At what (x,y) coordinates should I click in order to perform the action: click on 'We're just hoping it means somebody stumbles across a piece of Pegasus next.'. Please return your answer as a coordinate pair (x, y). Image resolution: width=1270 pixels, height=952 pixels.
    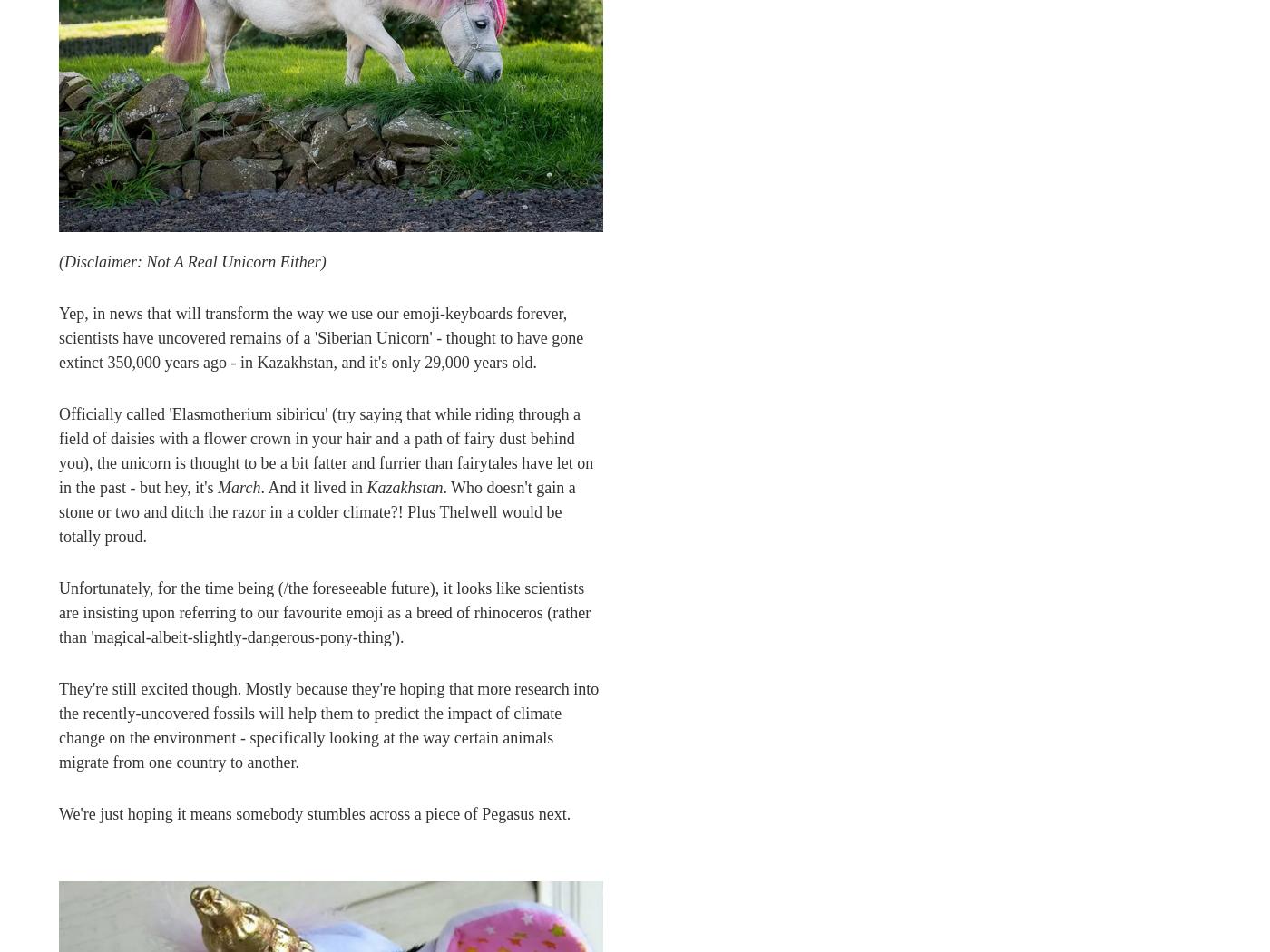
    Looking at the image, I should click on (58, 812).